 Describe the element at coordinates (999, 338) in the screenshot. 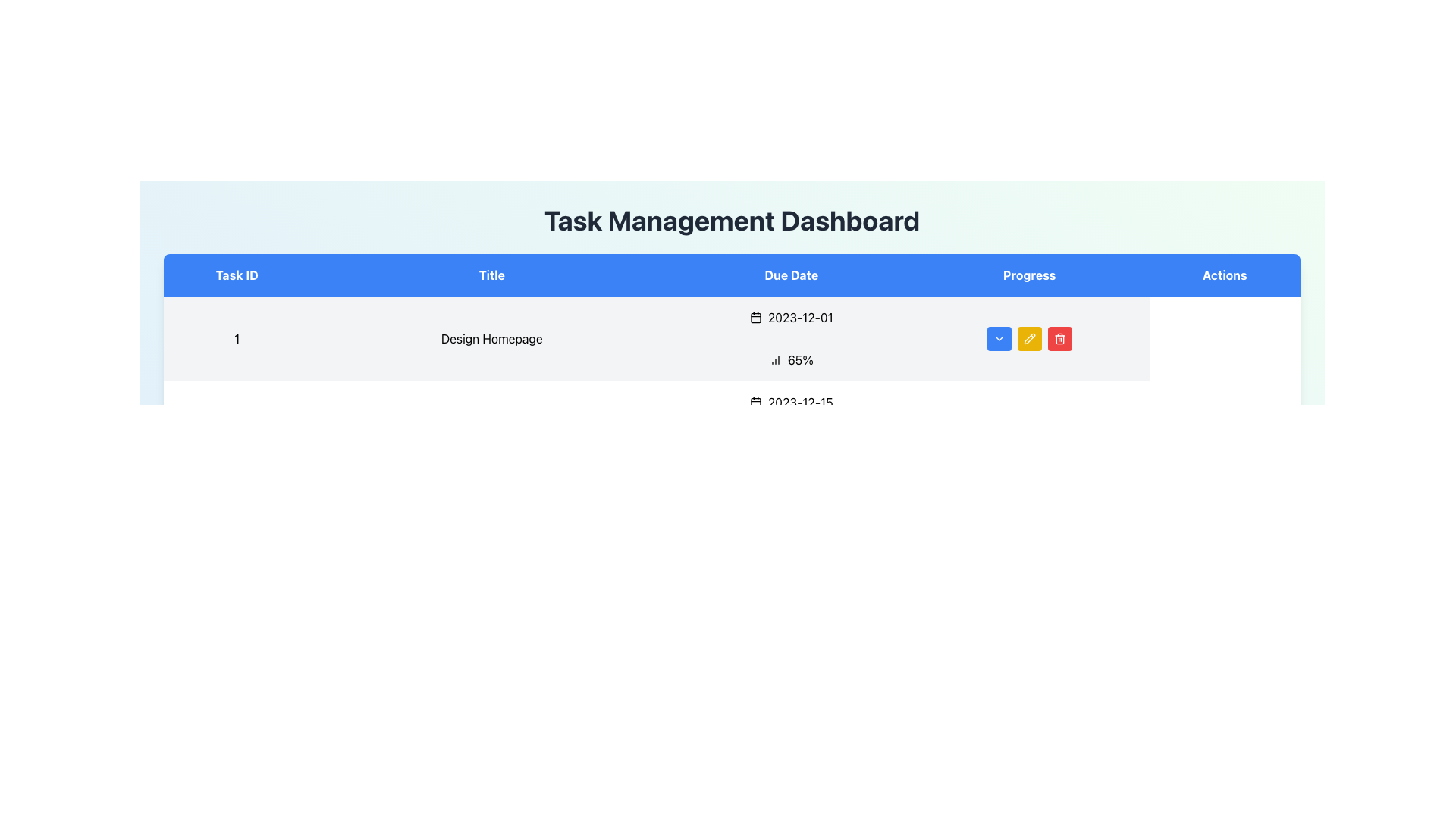

I see `the dropdown button located in the 'Actions' column of the first row of the task table` at that location.